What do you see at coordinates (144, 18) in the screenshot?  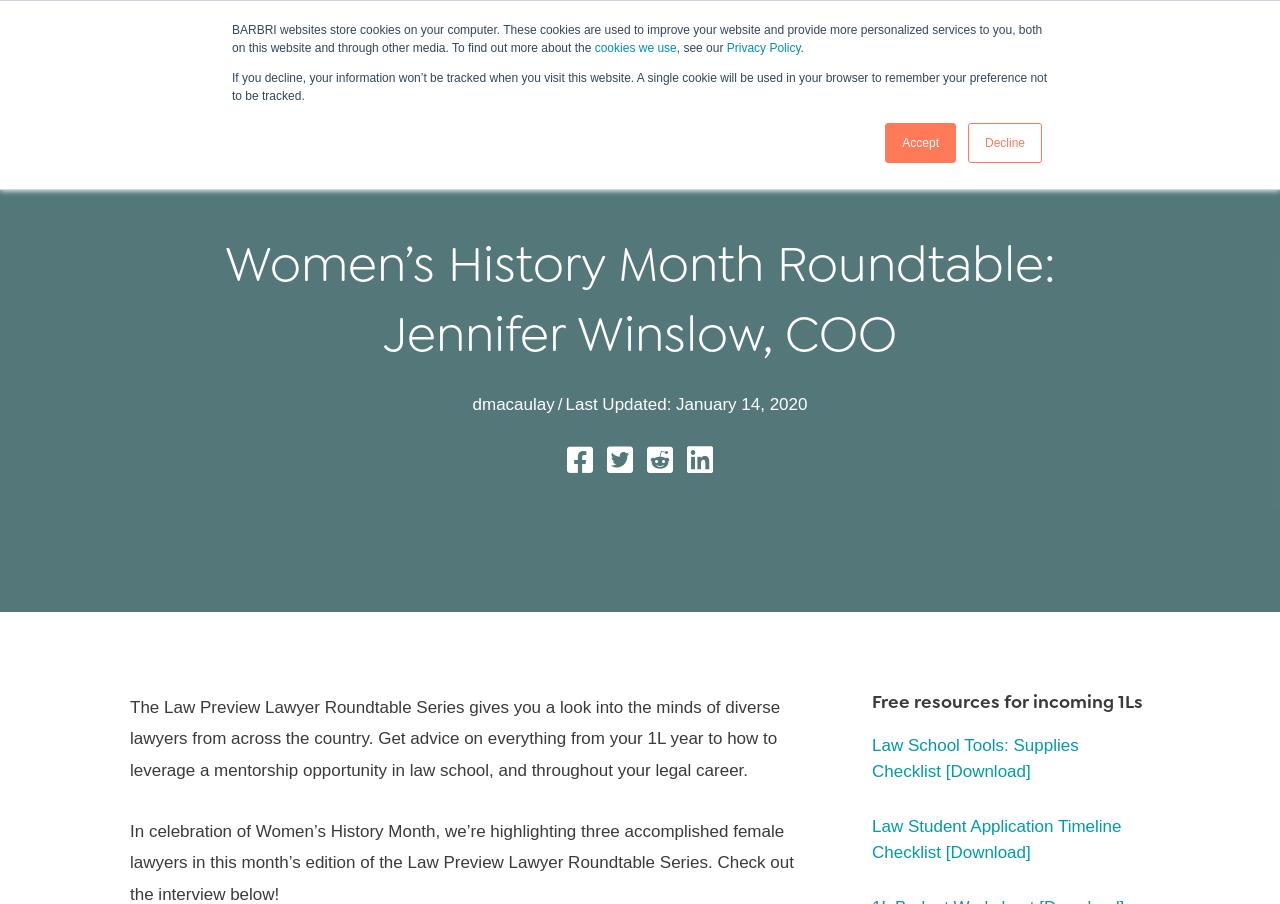 I see `'|'` at bounding box center [144, 18].